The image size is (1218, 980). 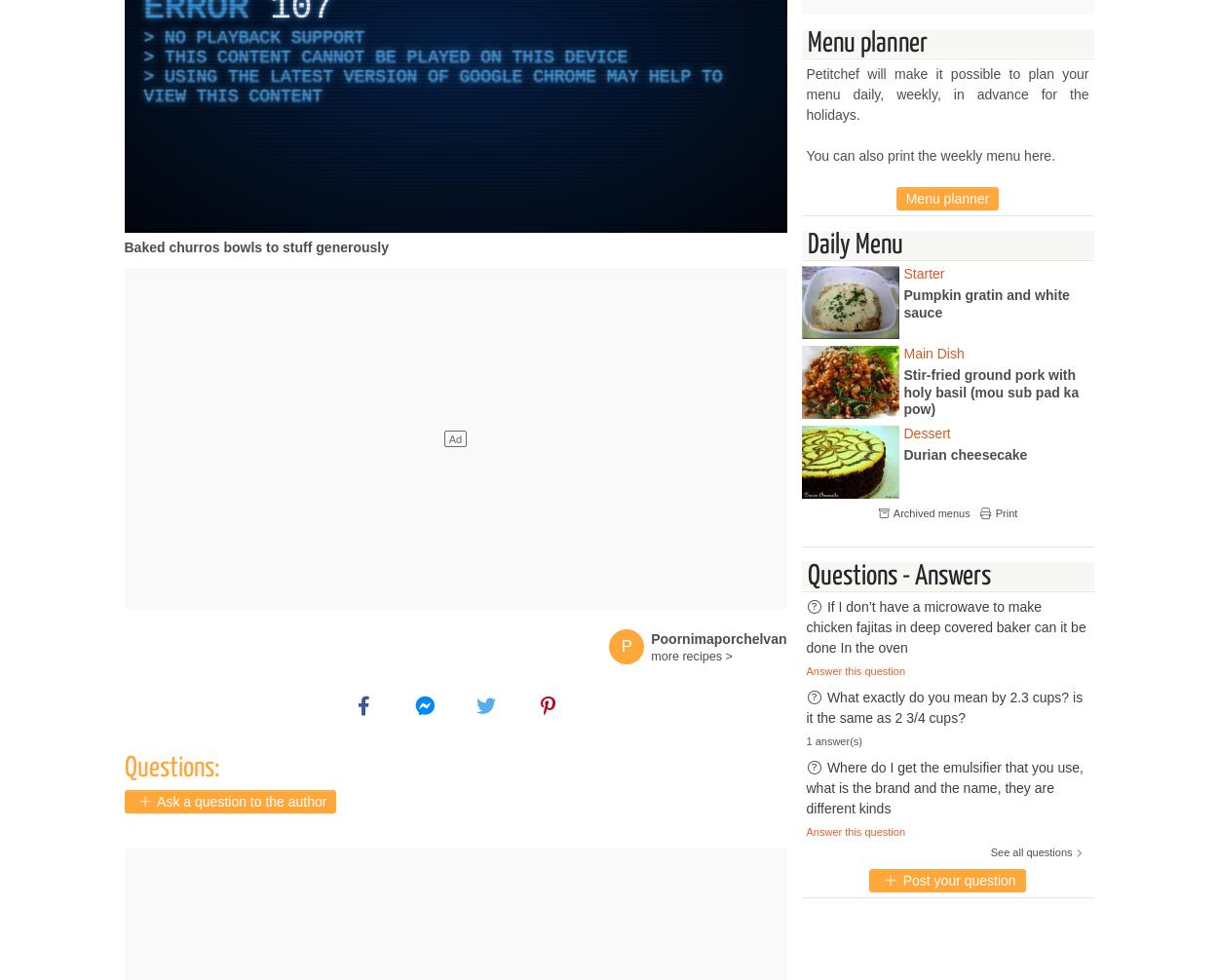 What do you see at coordinates (930, 155) in the screenshot?
I see `'You can also print the weekly menu here.'` at bounding box center [930, 155].